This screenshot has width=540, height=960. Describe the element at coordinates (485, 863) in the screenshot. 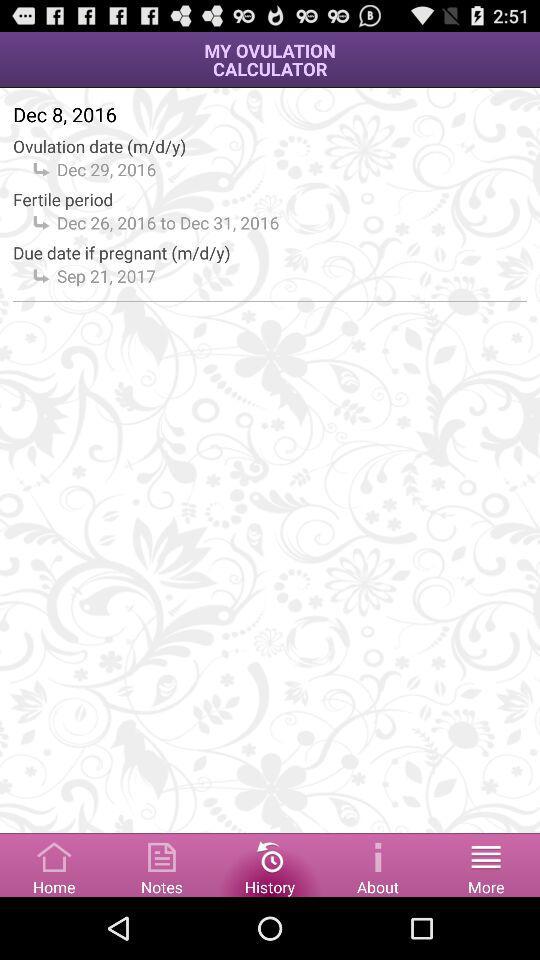

I see `more` at that location.